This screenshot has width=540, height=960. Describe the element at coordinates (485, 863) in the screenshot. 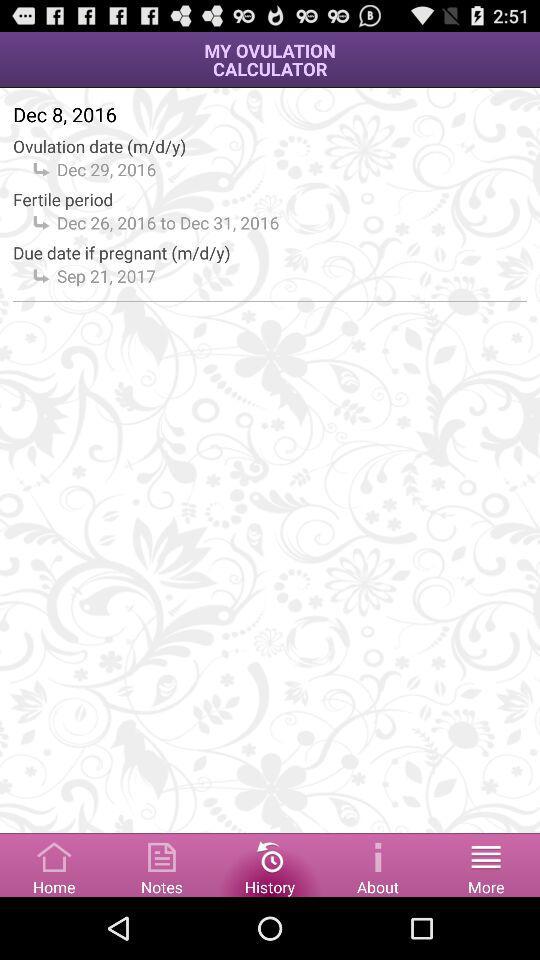

I see `more` at that location.